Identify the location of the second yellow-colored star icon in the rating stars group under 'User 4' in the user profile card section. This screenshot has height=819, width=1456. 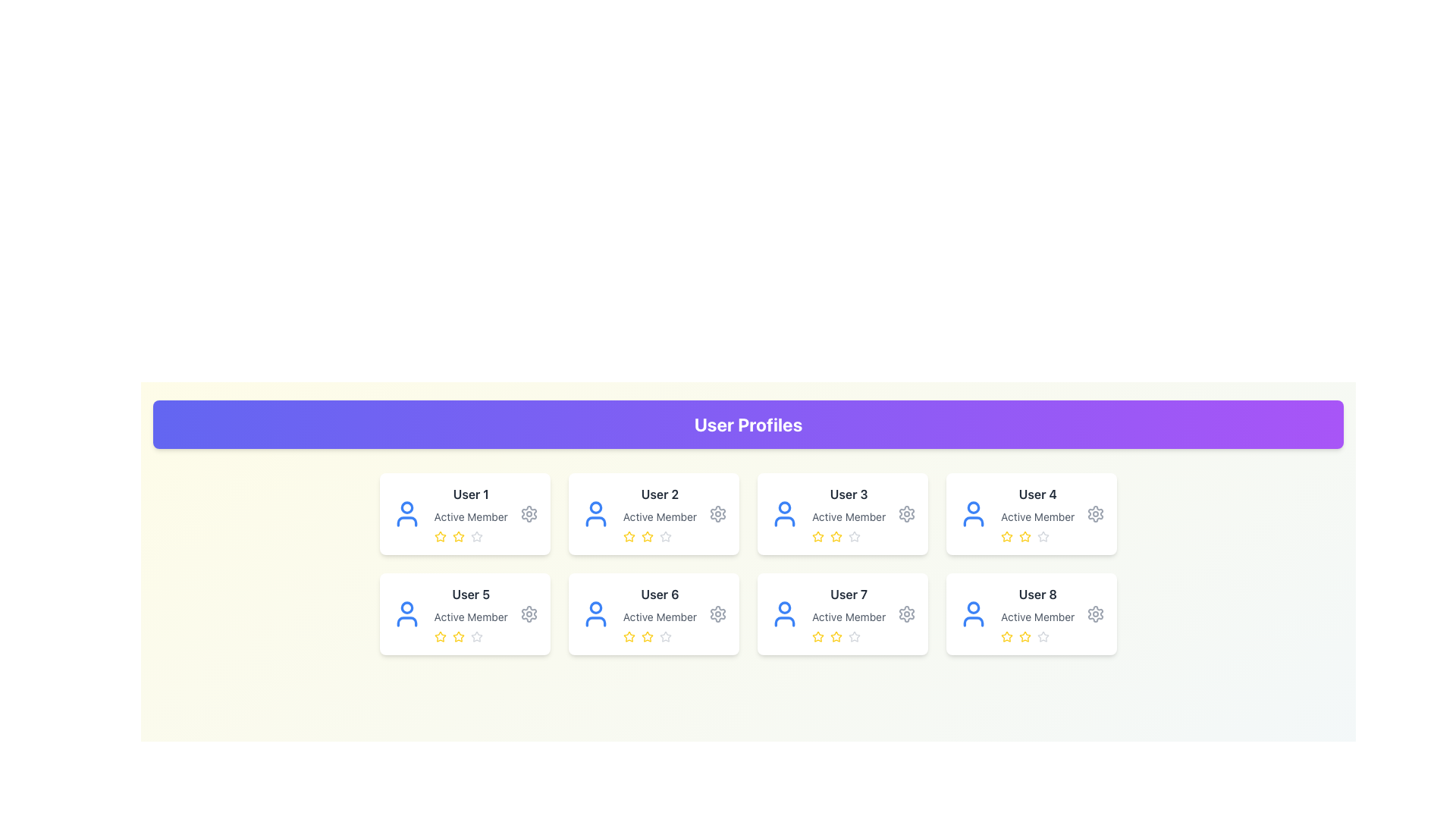
(1025, 536).